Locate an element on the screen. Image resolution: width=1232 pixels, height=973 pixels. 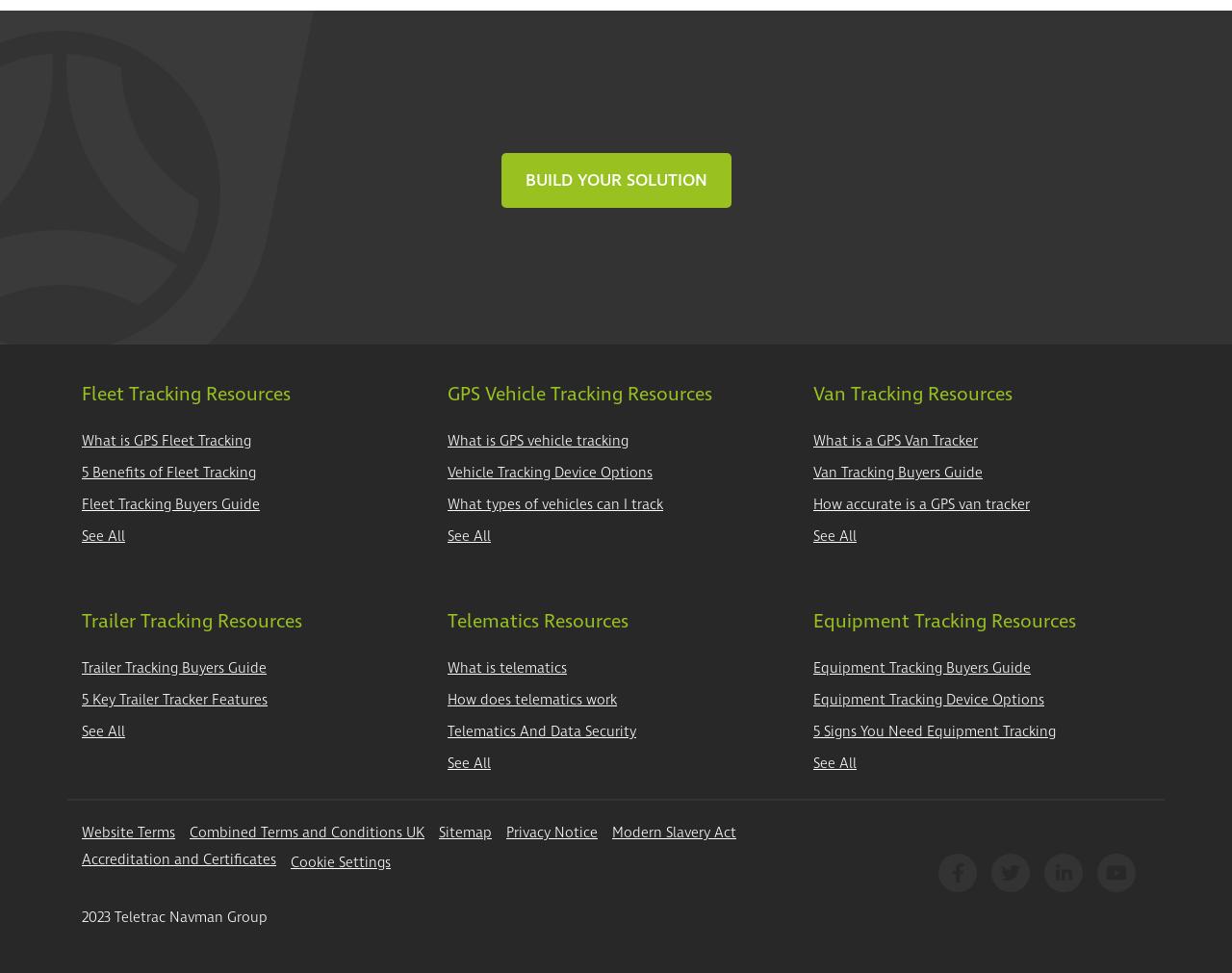
'5 Signs You Need Equipment Tracking' is located at coordinates (813, 730).